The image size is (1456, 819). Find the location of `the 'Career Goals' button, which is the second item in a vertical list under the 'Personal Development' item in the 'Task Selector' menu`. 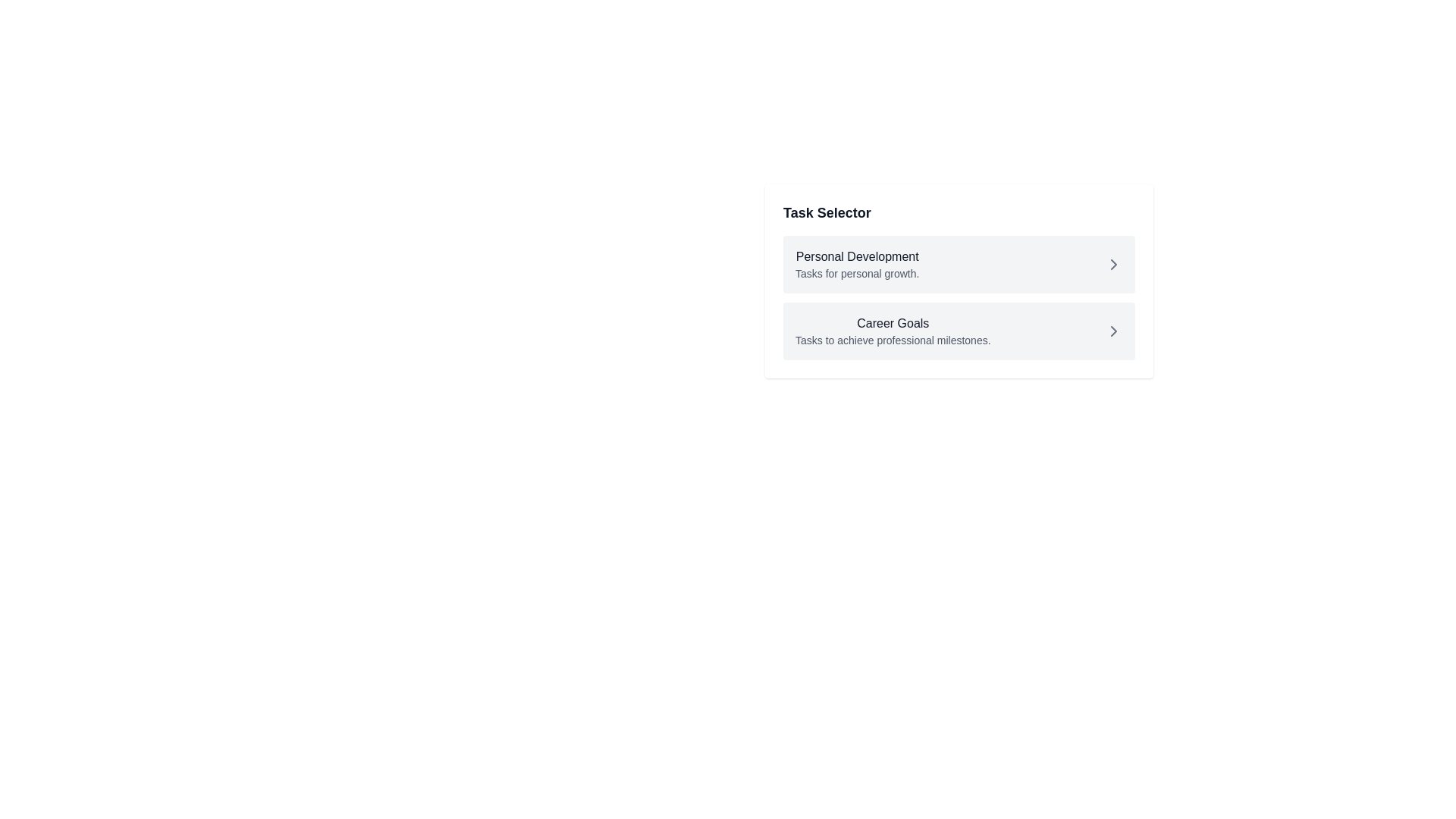

the 'Career Goals' button, which is the second item in a vertical list under the 'Personal Development' item in the 'Task Selector' menu is located at coordinates (959, 330).